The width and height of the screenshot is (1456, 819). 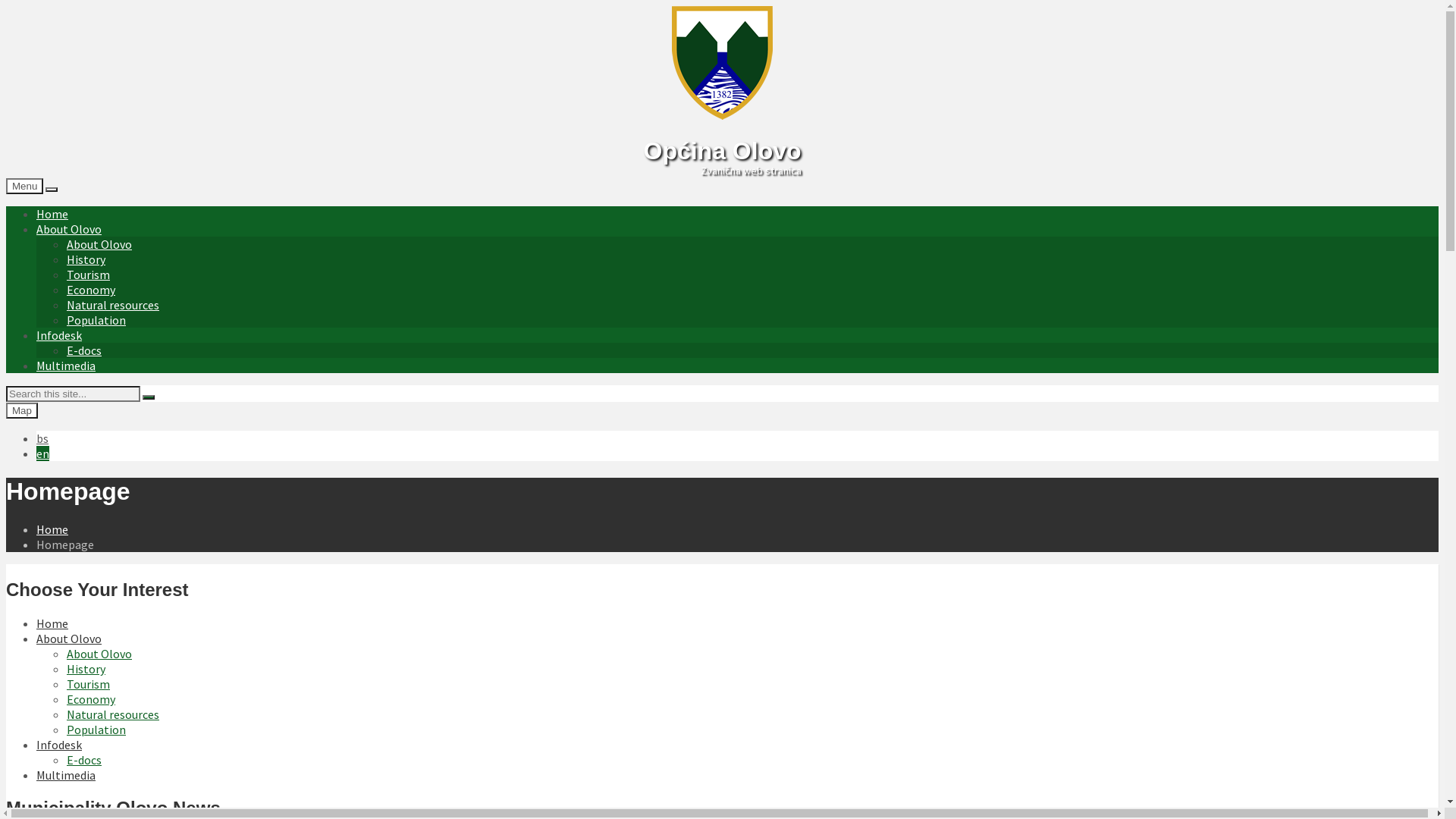 What do you see at coordinates (65, 684) in the screenshot?
I see `'Tourism'` at bounding box center [65, 684].